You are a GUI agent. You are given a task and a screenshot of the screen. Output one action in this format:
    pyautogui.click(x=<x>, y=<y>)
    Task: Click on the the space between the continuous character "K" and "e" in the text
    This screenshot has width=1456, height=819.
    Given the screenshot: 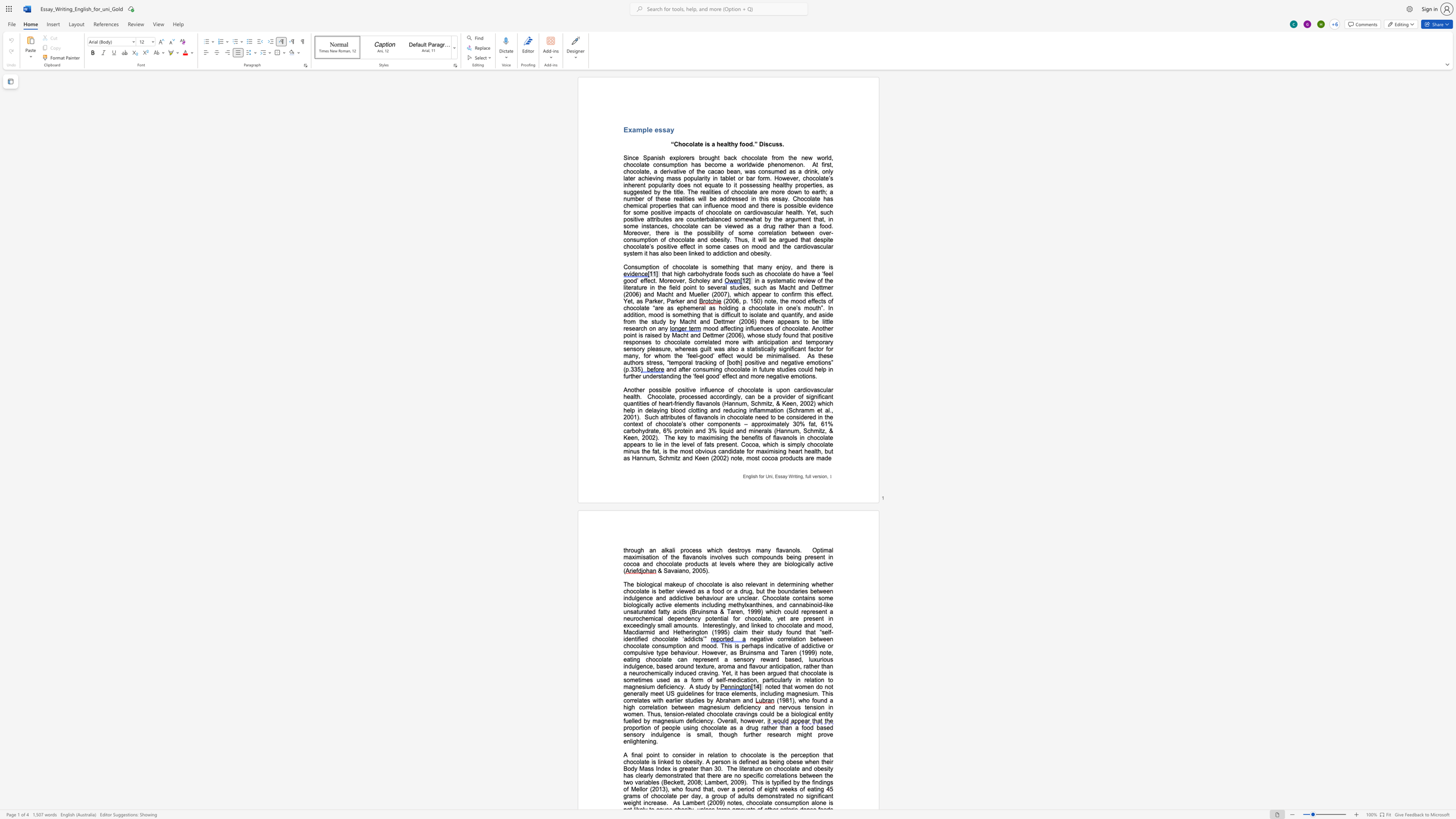 What is the action you would take?
    pyautogui.click(x=627, y=437)
    